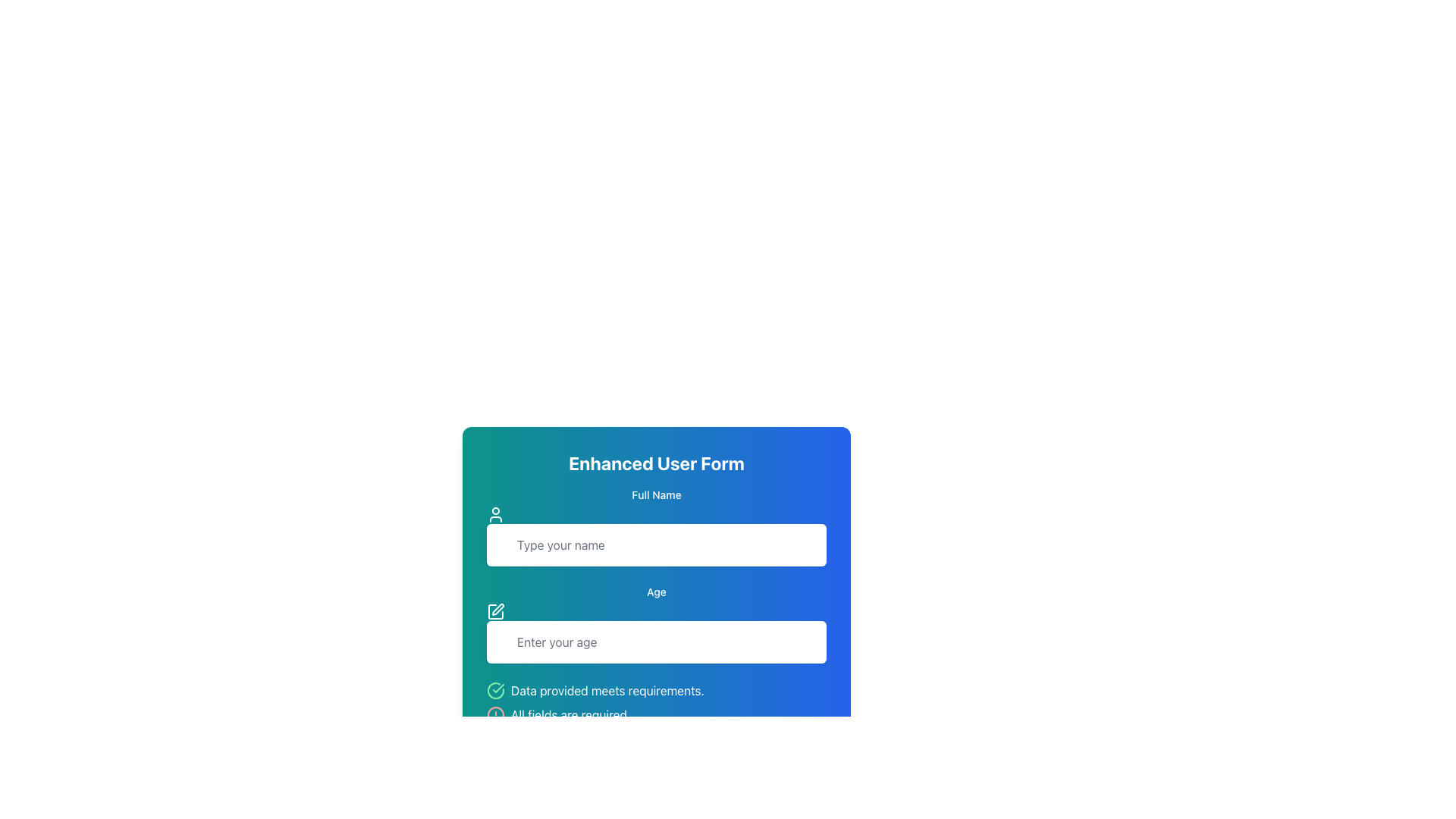  Describe the element at coordinates (656, 702) in the screenshot. I see `the informational text element that confirms data requirements and indicates all fields are required, located at the bottom of the form` at that location.